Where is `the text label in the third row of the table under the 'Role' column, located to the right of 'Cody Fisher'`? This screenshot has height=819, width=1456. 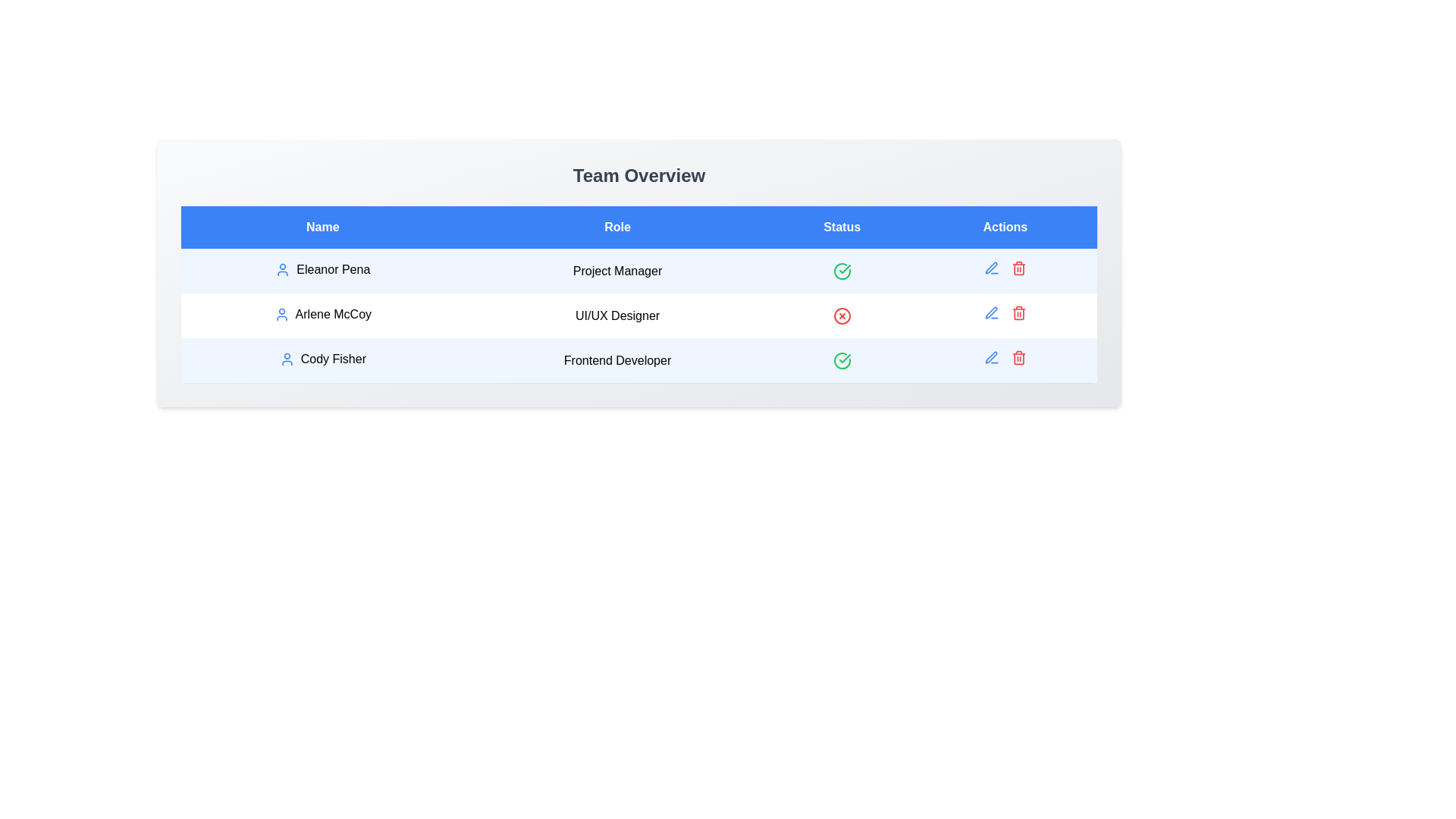 the text label in the third row of the table under the 'Role' column, located to the right of 'Cody Fisher' is located at coordinates (617, 360).